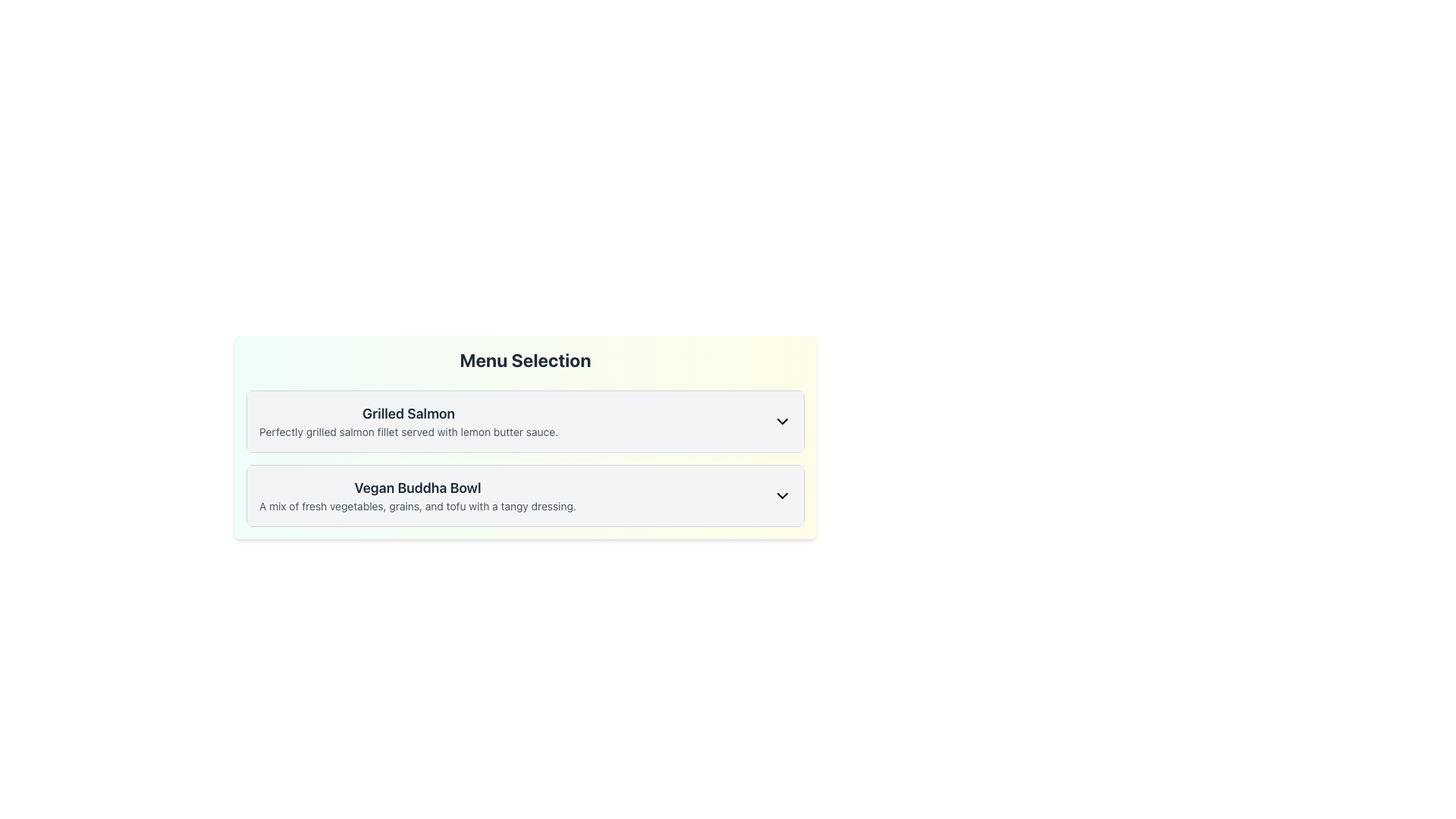 The image size is (1456, 819). Describe the element at coordinates (525, 421) in the screenshot. I see `the Dropdown menu item labeled 'Grilled Salmon'` at that location.